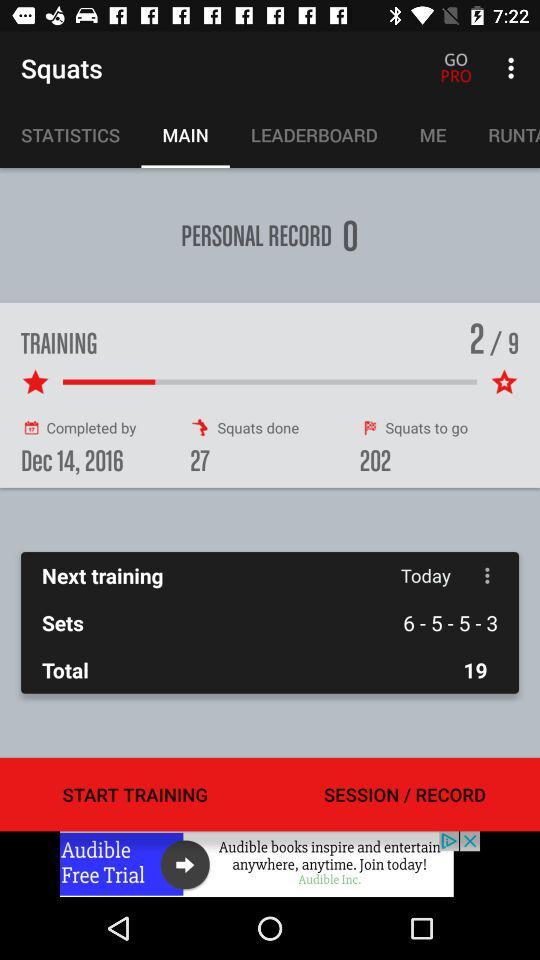 This screenshot has width=540, height=960. I want to click on important to know, so click(270, 863).